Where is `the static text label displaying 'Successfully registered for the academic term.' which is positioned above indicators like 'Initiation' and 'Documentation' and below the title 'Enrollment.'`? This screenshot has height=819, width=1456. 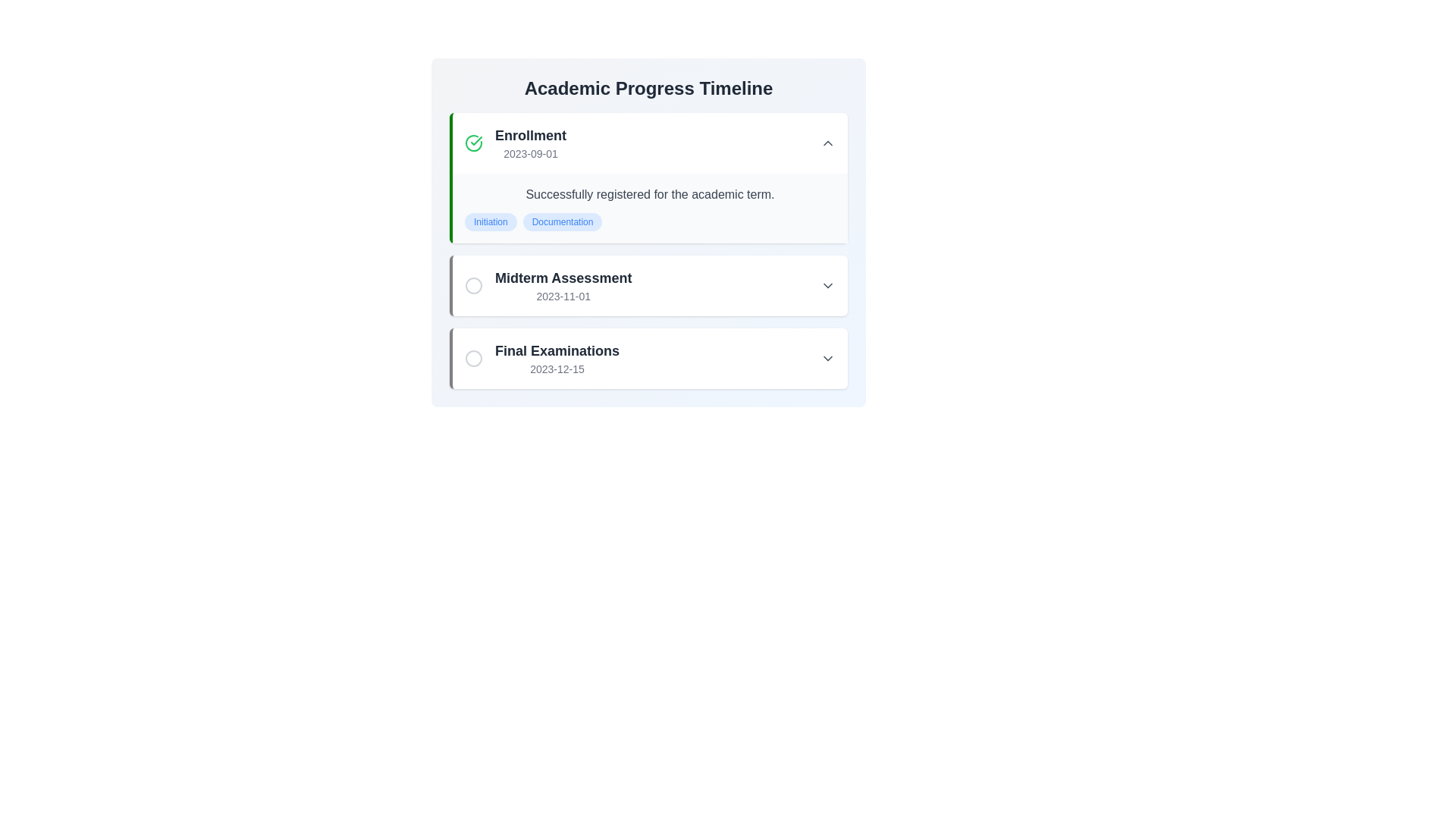
the static text label displaying 'Successfully registered for the academic term.' which is positioned above indicators like 'Initiation' and 'Documentation' and below the title 'Enrollment.' is located at coordinates (650, 194).